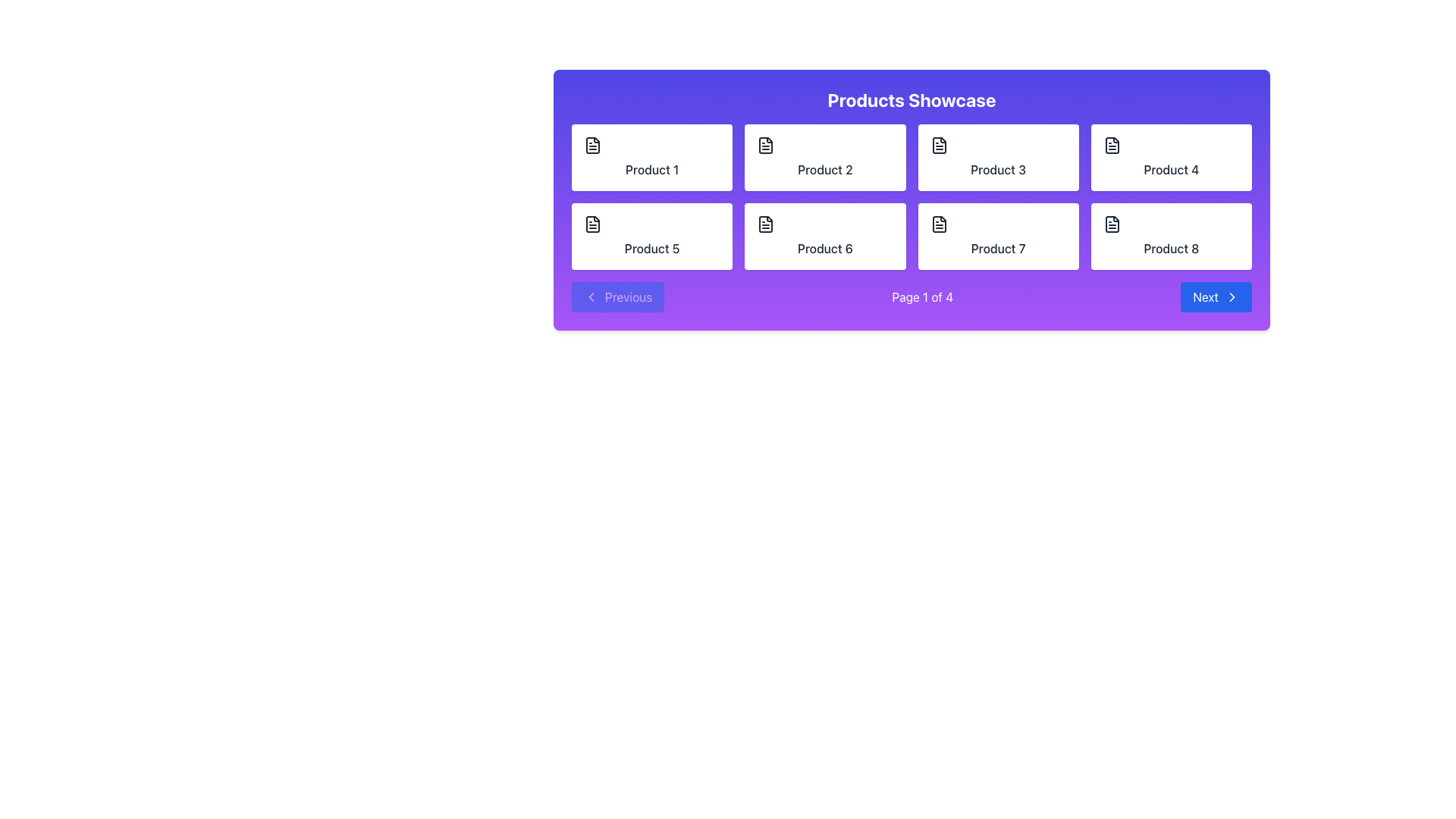 Image resolution: width=1456 pixels, height=819 pixels. Describe the element at coordinates (1232, 297) in the screenshot. I see `the rightward-pointing arrow icon in the blue 'Next' button at the bottom-right of the interface` at that location.